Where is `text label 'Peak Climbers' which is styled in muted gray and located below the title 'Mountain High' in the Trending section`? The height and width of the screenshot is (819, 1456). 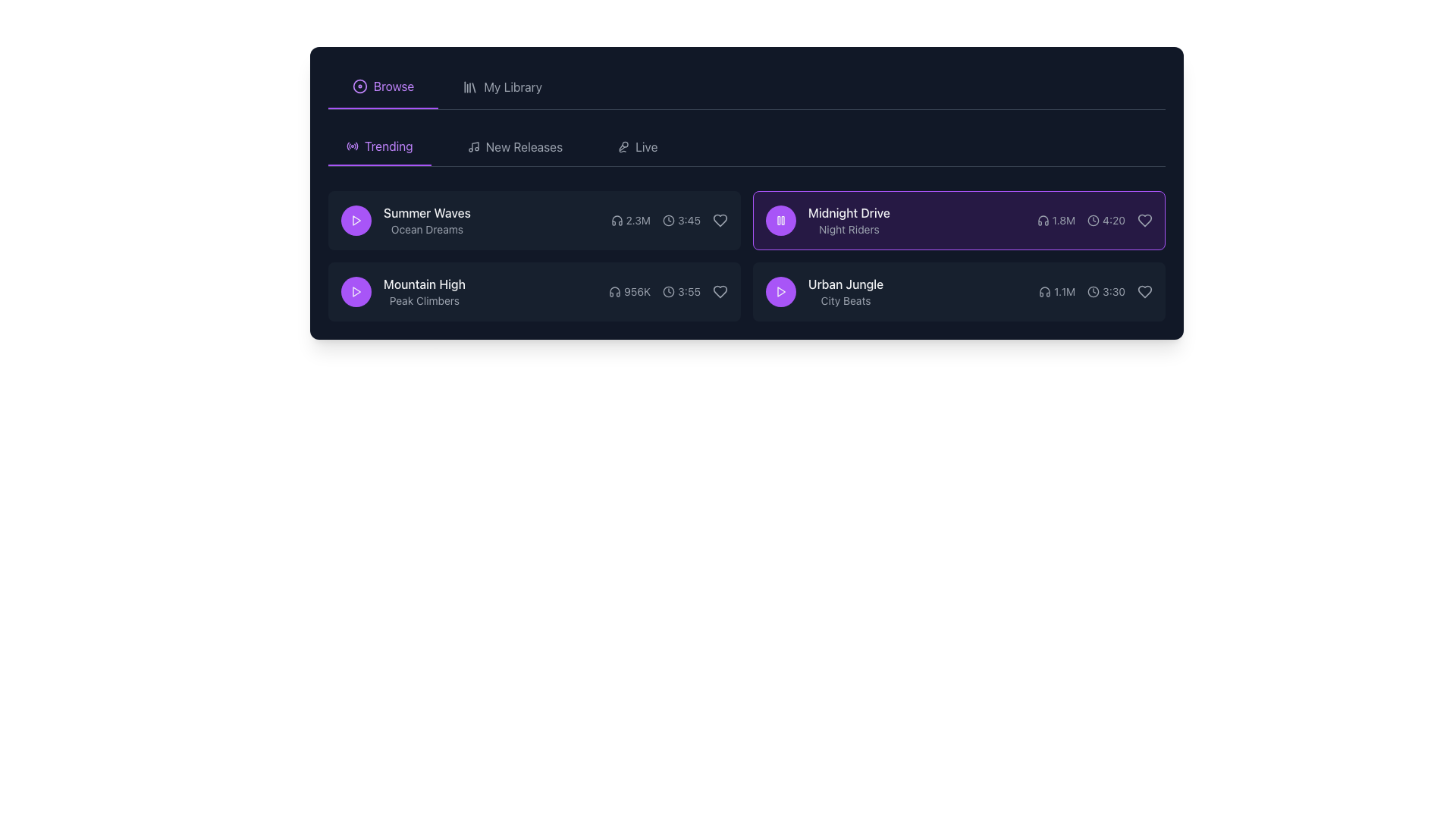 text label 'Peak Climbers' which is styled in muted gray and located below the title 'Mountain High' in the Trending section is located at coordinates (424, 301).